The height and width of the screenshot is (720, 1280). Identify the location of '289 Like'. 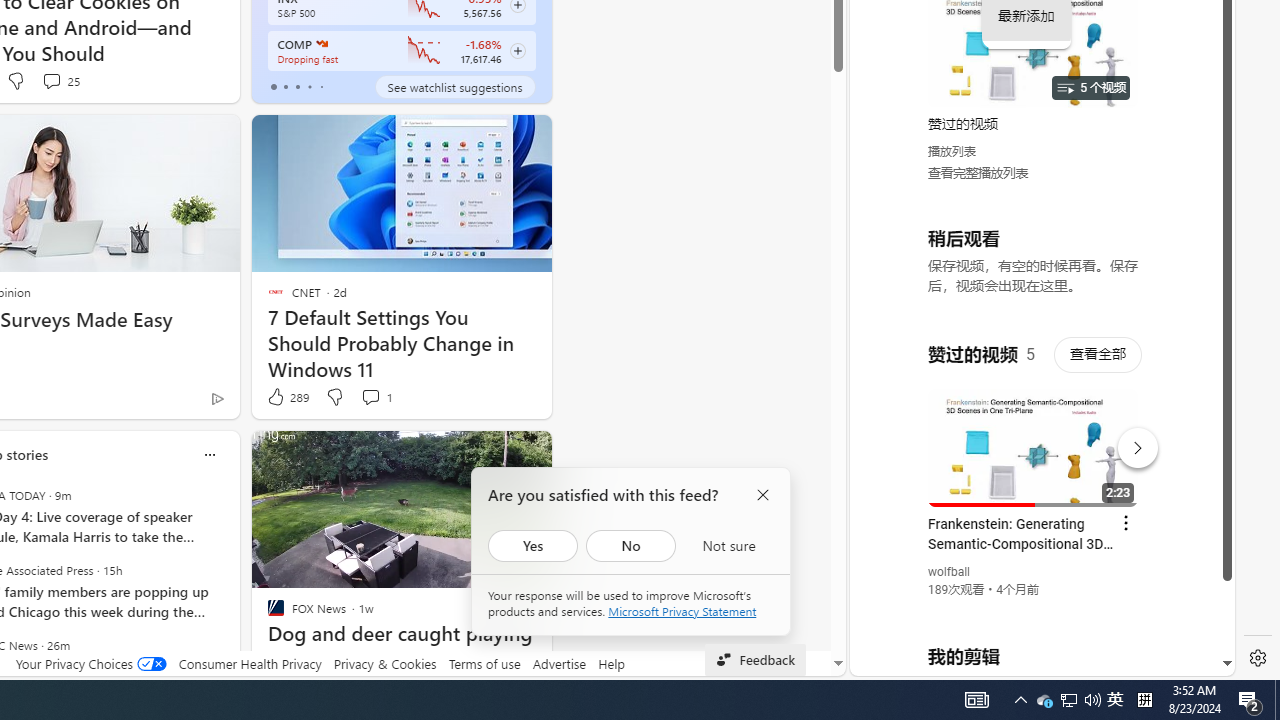
(286, 397).